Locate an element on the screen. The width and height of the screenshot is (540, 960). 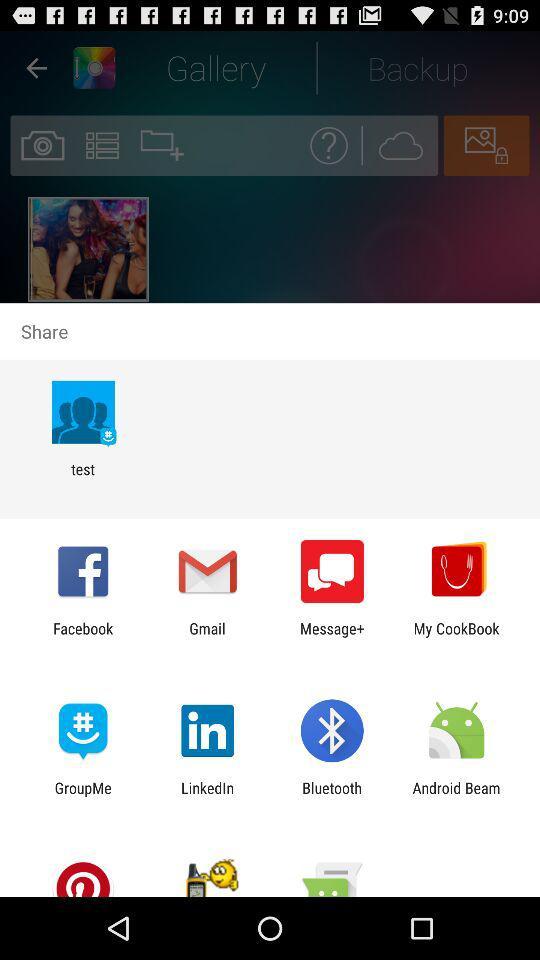
app next to my cookbook app is located at coordinates (332, 636).